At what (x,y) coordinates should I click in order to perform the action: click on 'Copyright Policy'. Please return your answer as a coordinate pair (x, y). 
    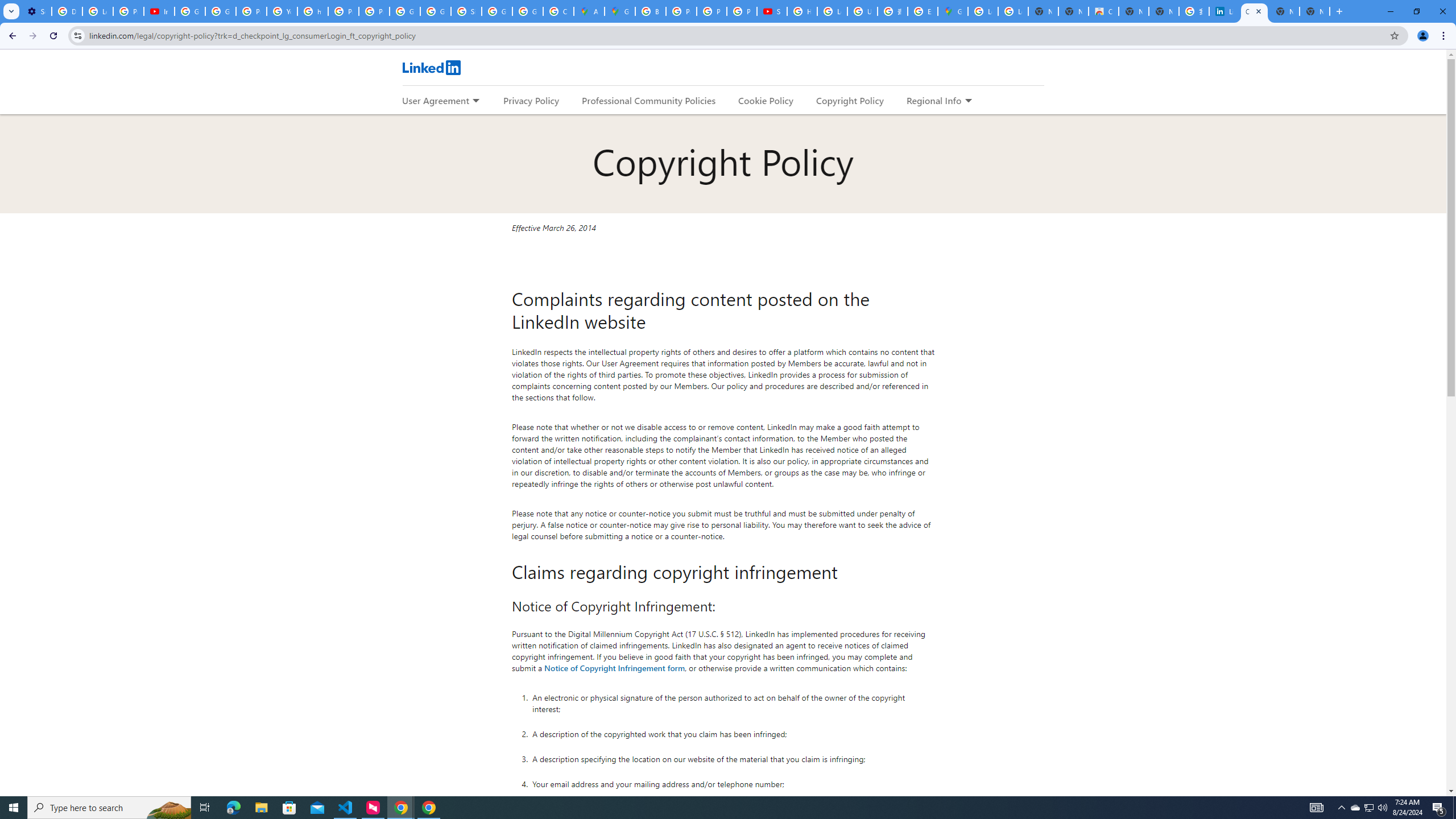
    Looking at the image, I should click on (849, 100).